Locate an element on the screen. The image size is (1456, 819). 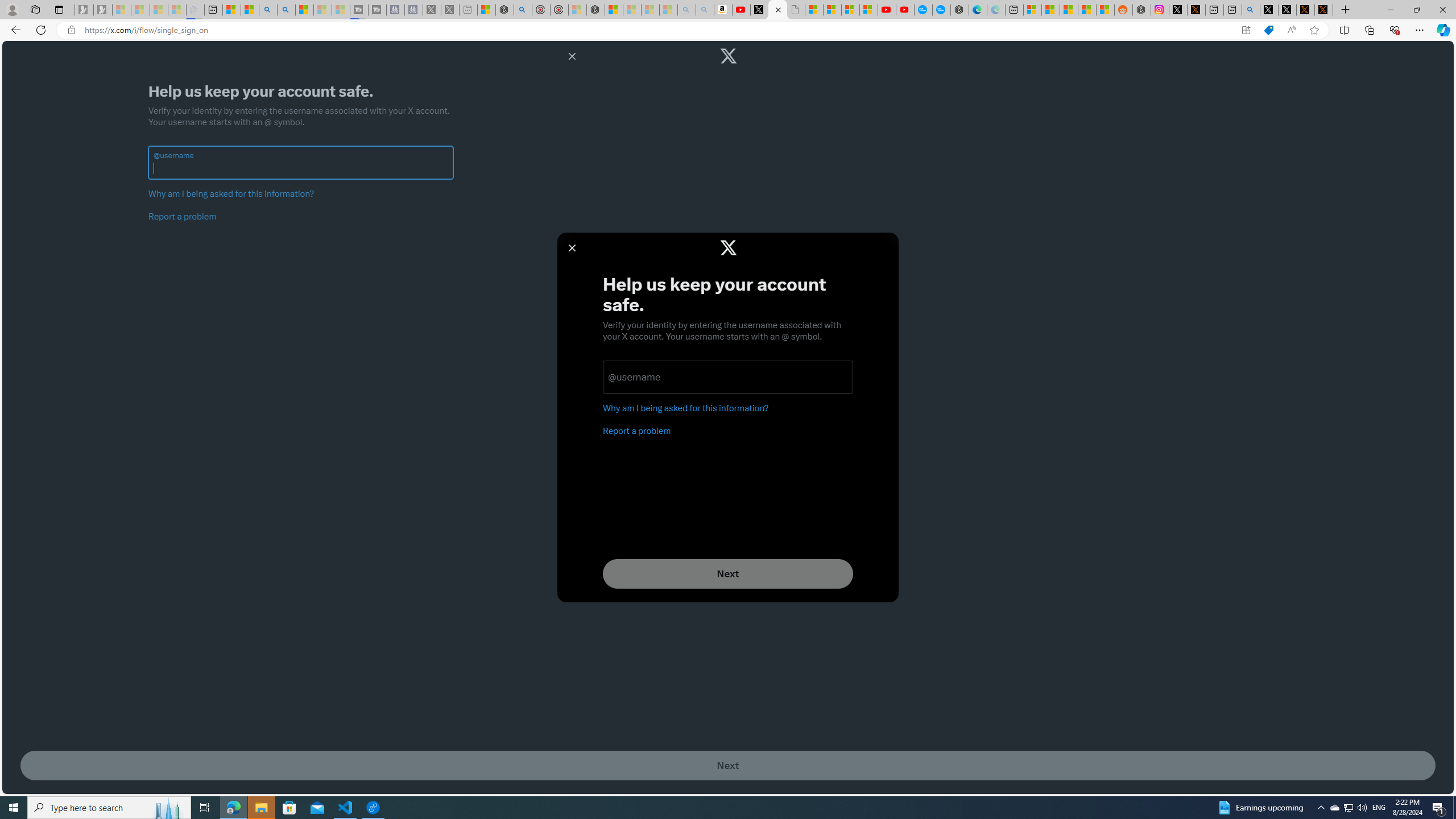
'Shopping in Microsoft Edge' is located at coordinates (1268, 30).